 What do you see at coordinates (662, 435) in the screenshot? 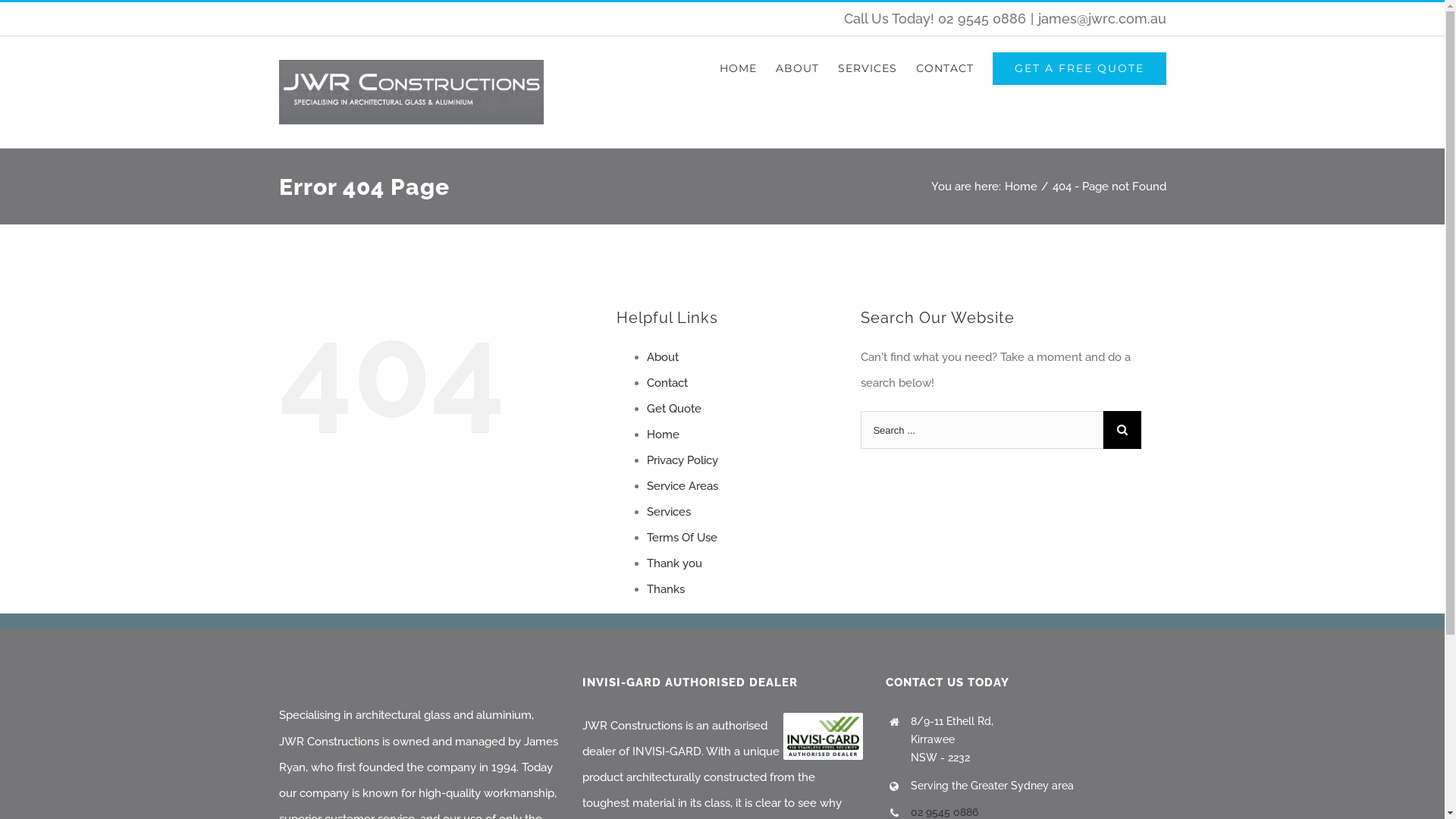
I see `'Home'` at bounding box center [662, 435].